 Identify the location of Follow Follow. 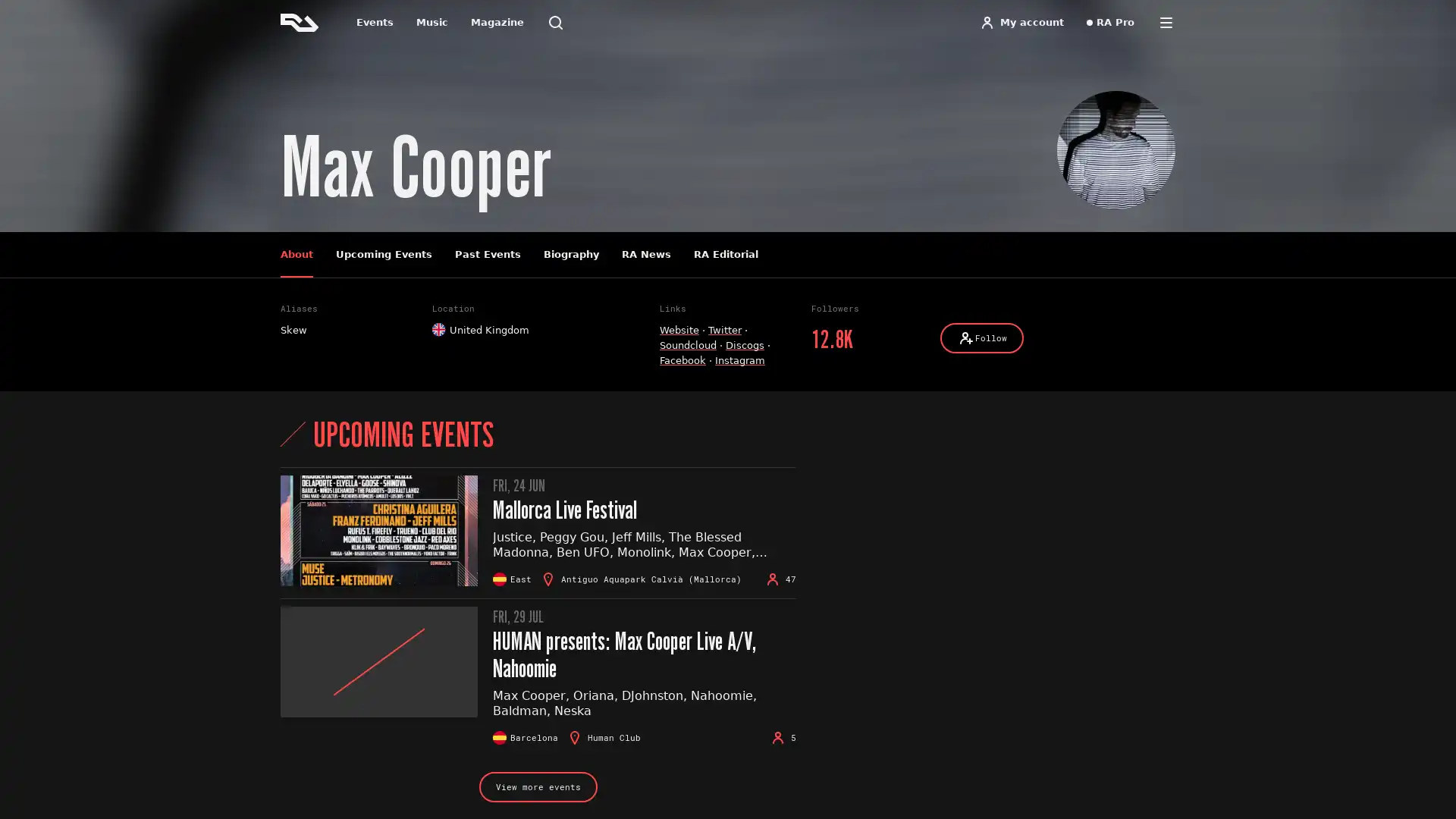
(982, 336).